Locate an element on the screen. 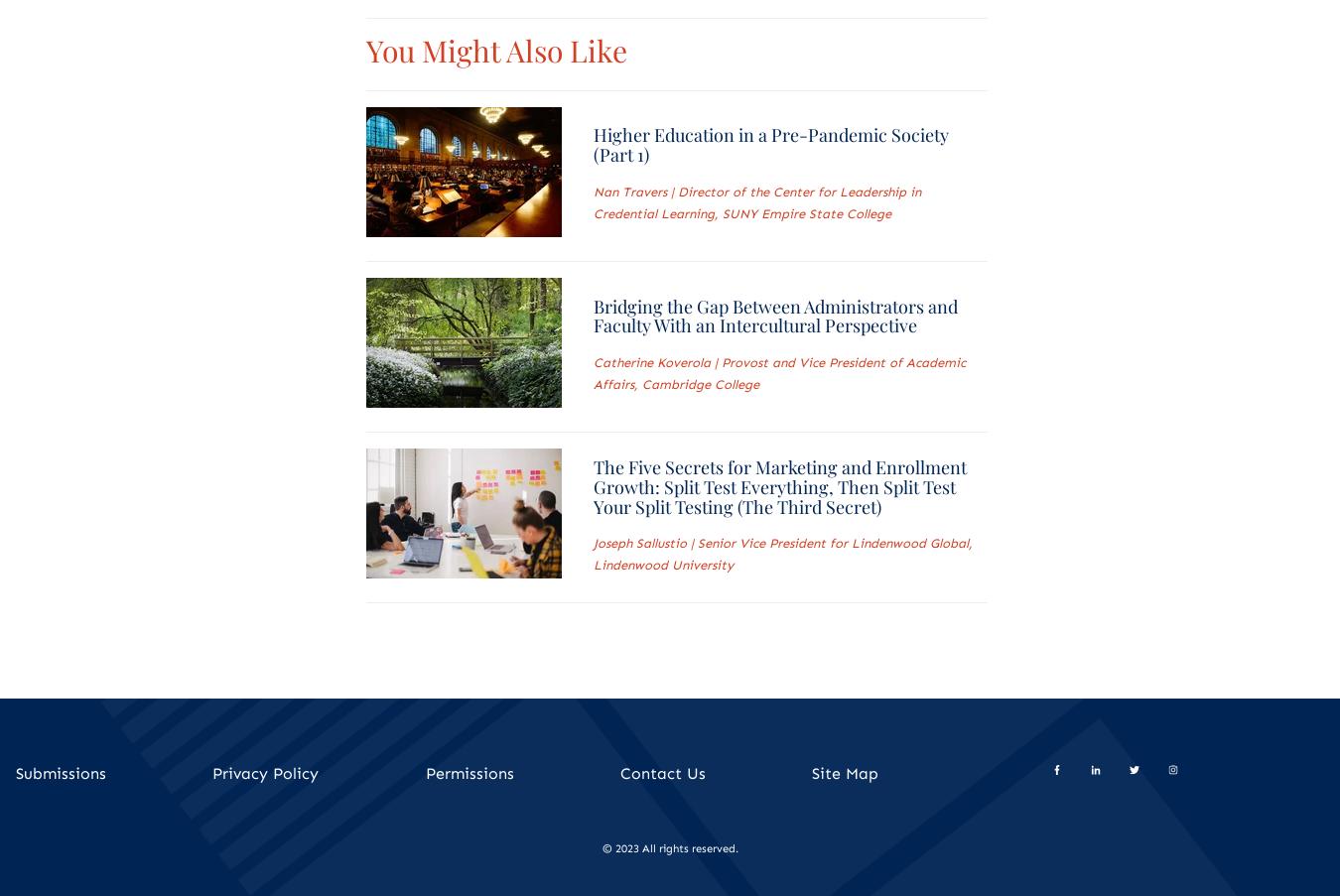 The image size is (1340, 896). 'Higher Education in a Pre-Pandemic Society (Part 1)' is located at coordinates (592, 144).